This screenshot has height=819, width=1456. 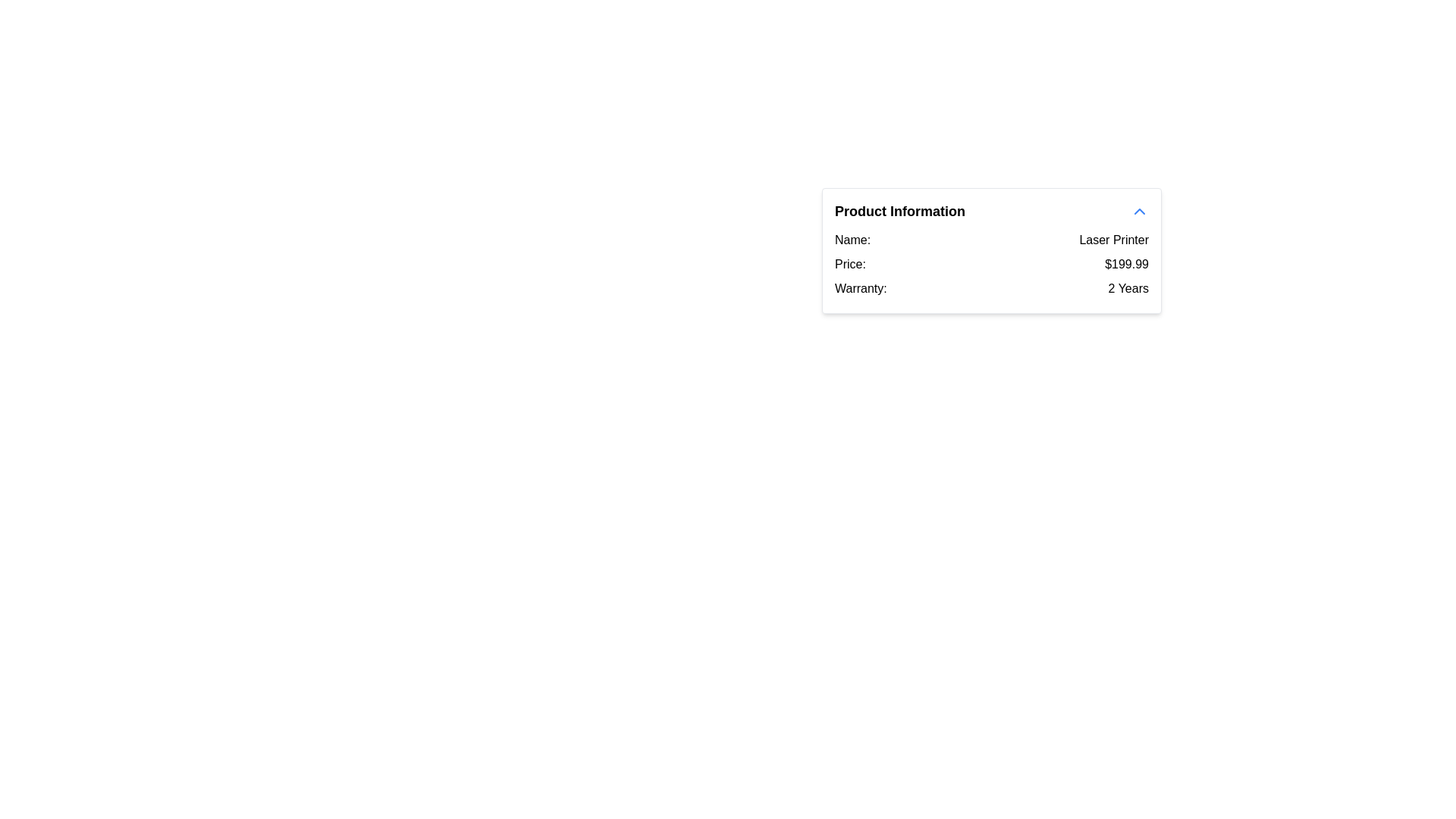 What do you see at coordinates (1114, 239) in the screenshot?
I see `the static text label displaying the product name 'Laser Printer', located on the right side of the 'Name:' label in the 'Product Information' card` at bounding box center [1114, 239].